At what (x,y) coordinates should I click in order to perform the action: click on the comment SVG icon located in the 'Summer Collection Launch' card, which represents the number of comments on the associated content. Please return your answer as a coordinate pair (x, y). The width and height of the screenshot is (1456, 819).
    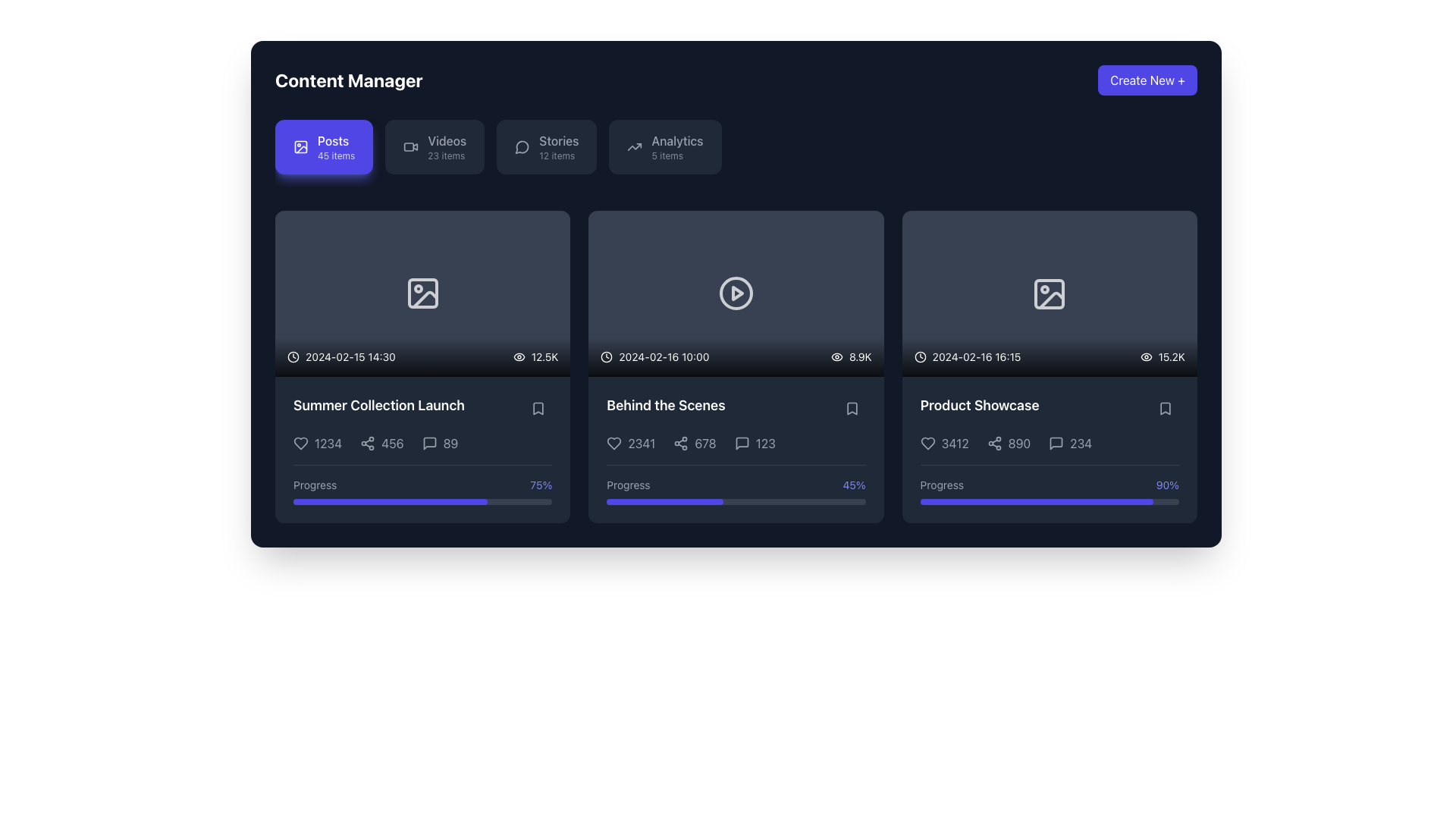
    Looking at the image, I should click on (428, 443).